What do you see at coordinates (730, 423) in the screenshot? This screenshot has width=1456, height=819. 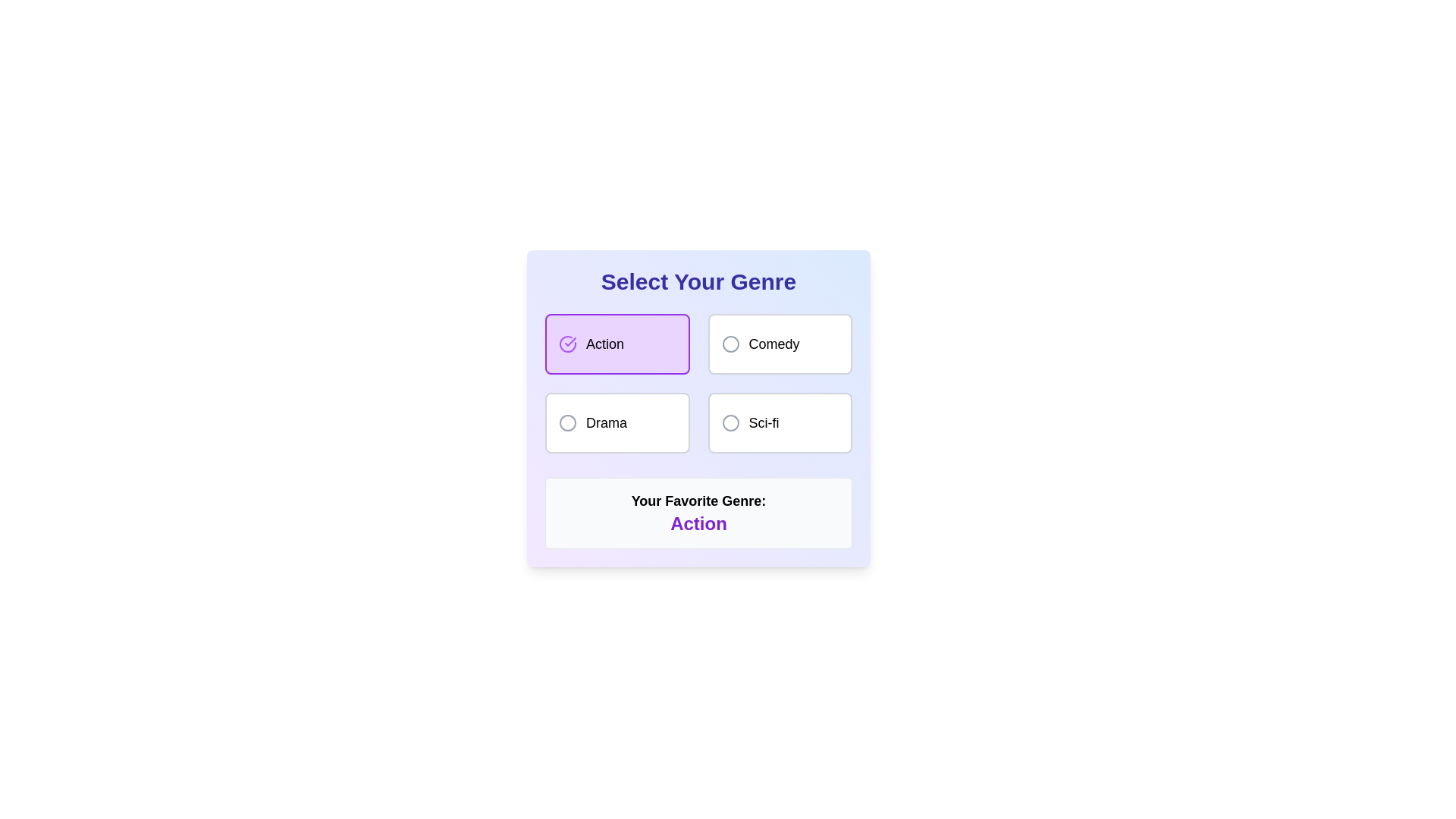 I see `the radio button for the 'Sci-fi' genre option` at bounding box center [730, 423].